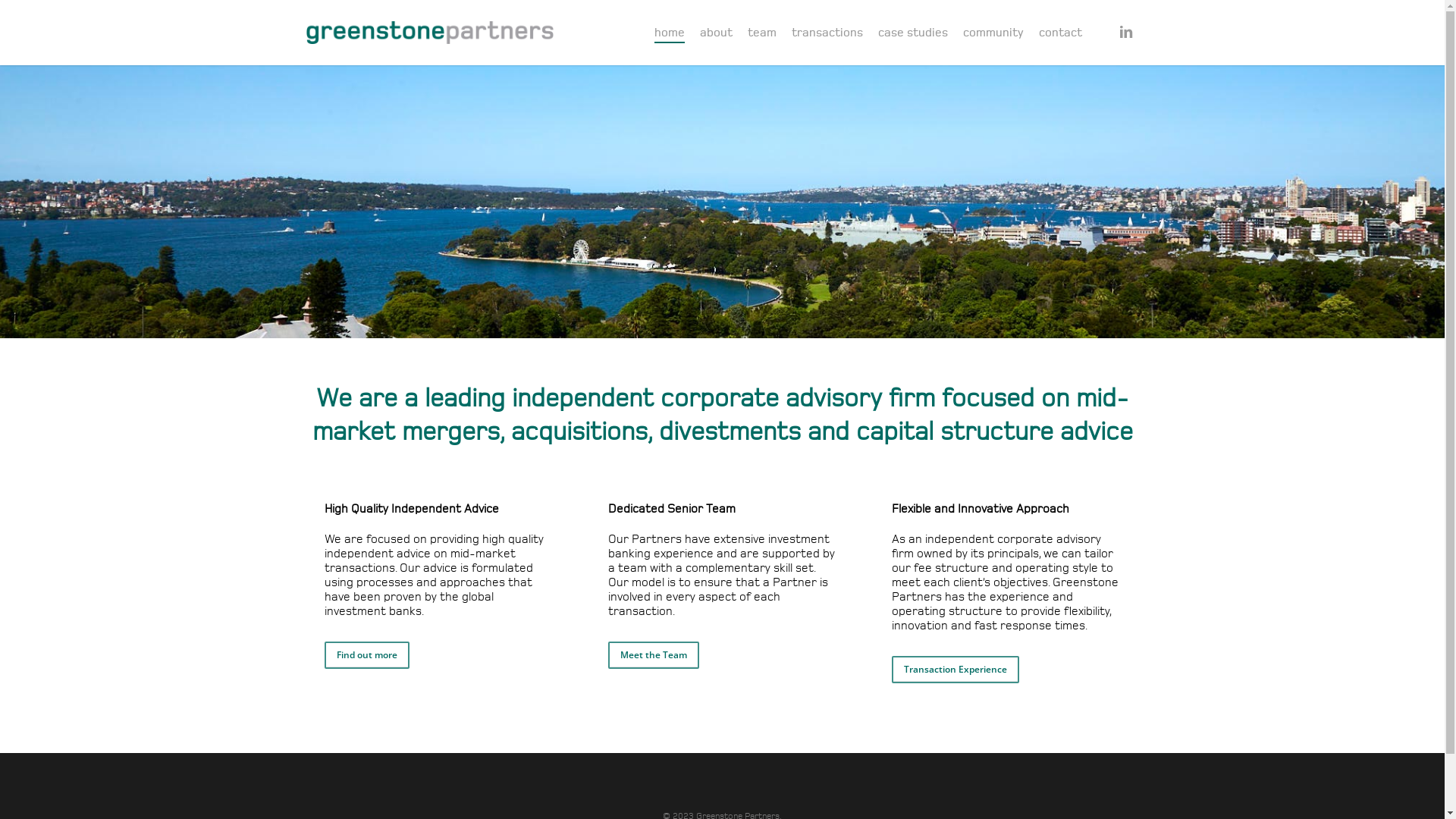 The height and width of the screenshot is (819, 1456). Describe the element at coordinates (1059, 32) in the screenshot. I see `'contact'` at that location.